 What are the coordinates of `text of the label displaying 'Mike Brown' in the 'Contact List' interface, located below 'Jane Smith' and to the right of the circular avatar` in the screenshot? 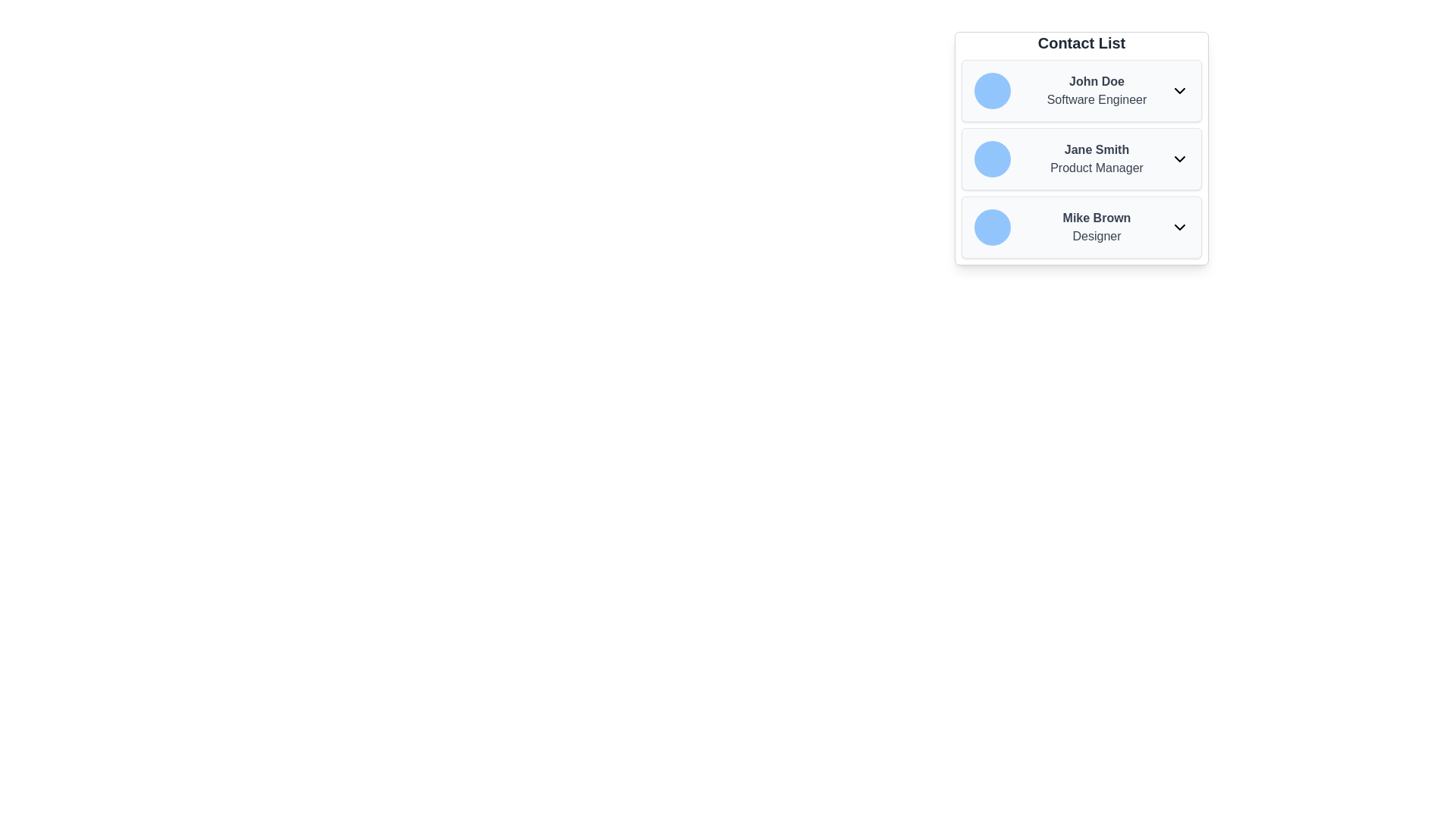 It's located at (1097, 218).